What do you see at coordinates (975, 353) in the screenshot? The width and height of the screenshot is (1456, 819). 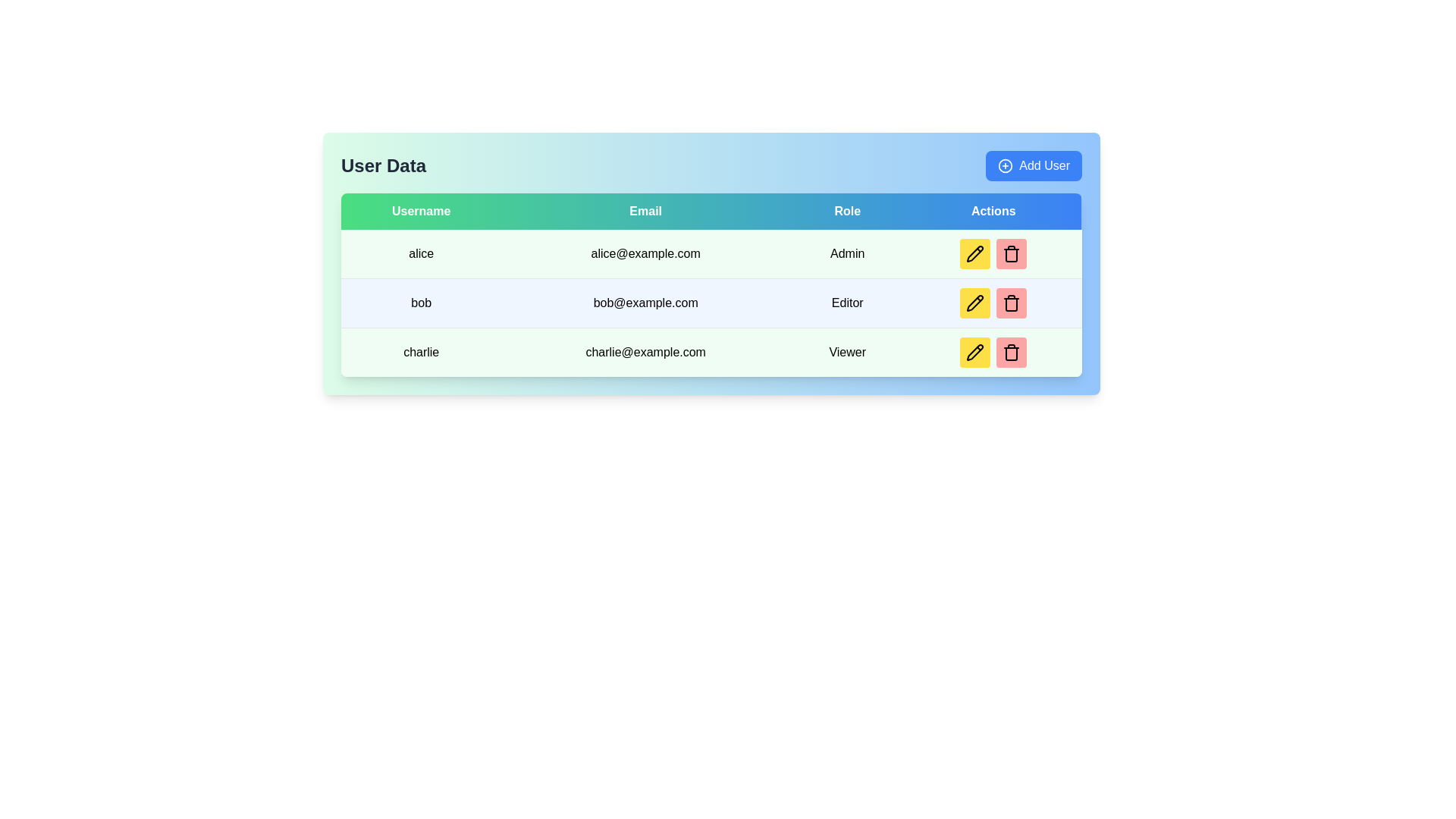 I see `the black pencil-shaped icon button located in the 'Actions' column for the user 'charlie' to initiate editing this user's details` at bounding box center [975, 353].